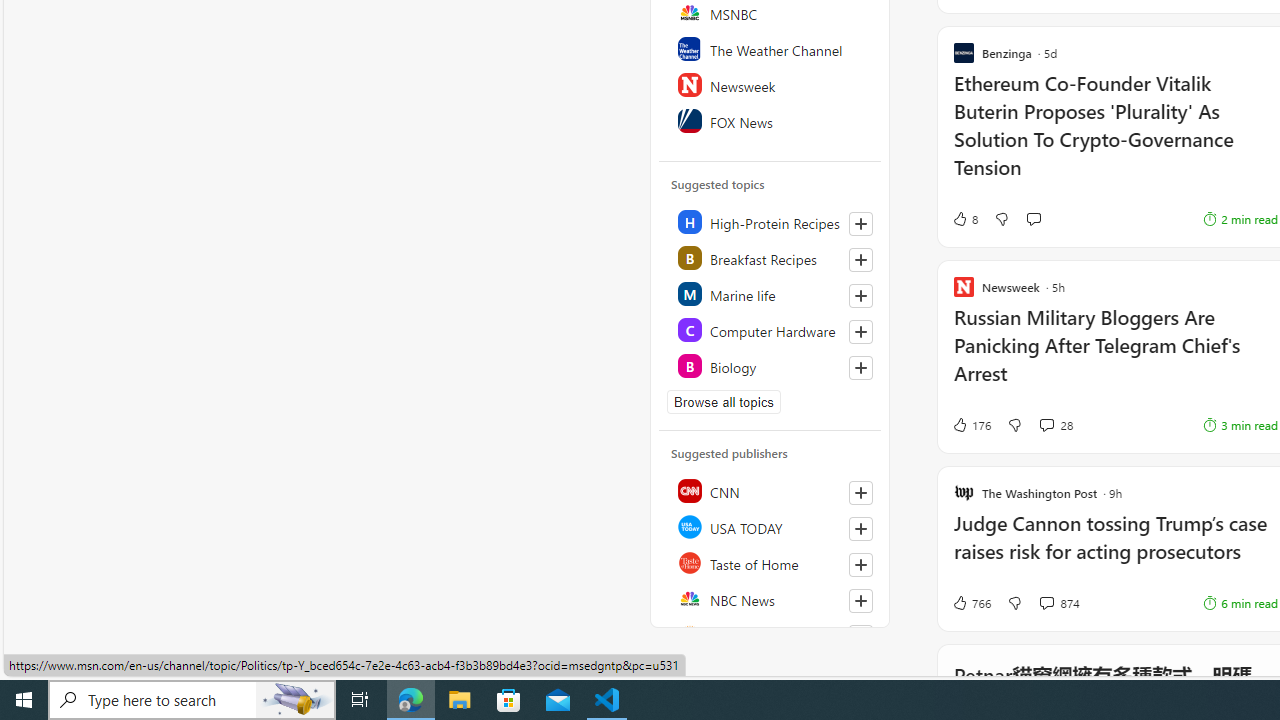 This screenshot has width=1280, height=720. I want to click on 'NBC News', so click(770, 598).